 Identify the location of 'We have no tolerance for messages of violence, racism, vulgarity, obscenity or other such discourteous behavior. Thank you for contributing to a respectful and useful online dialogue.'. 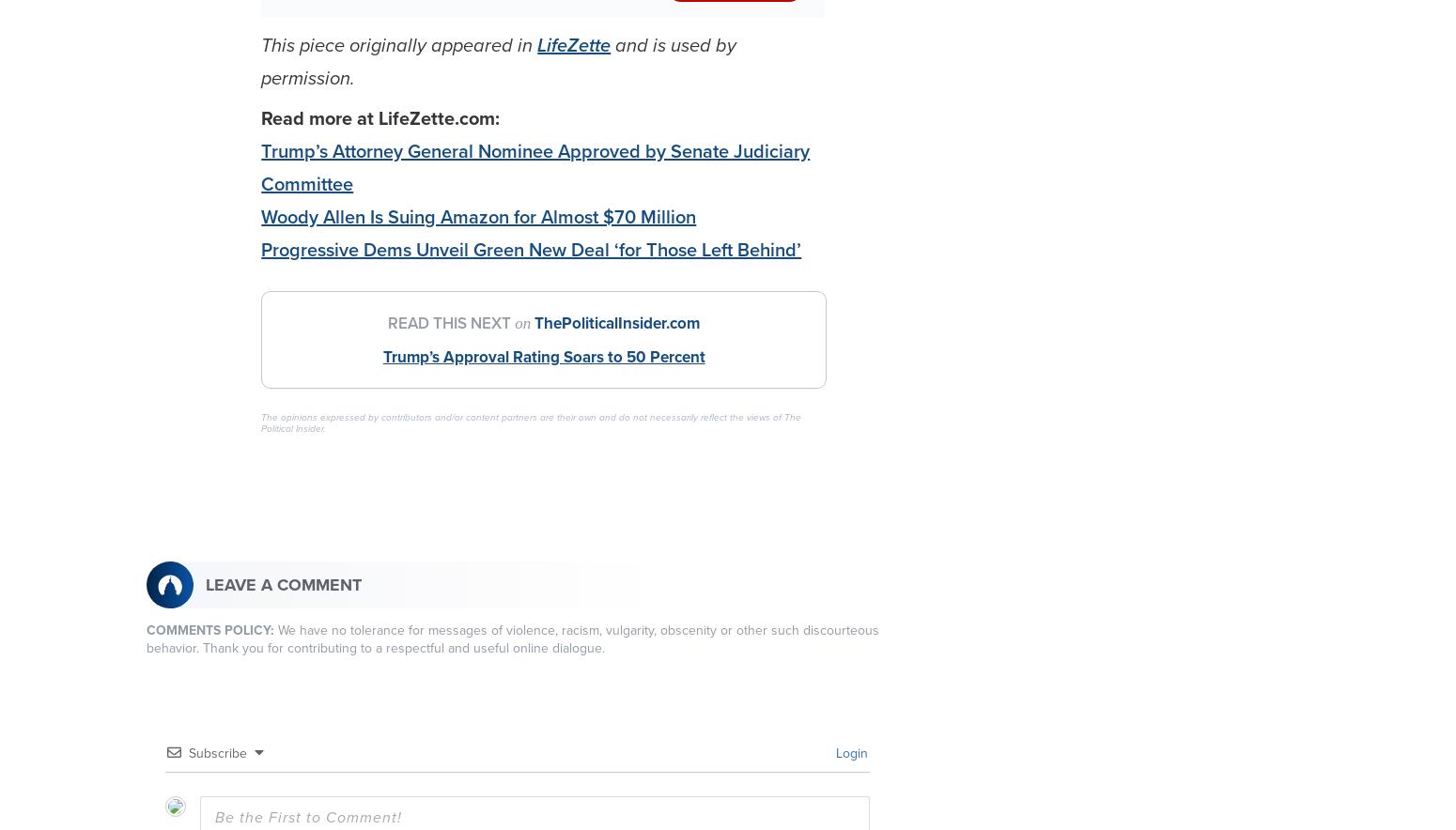
(511, 639).